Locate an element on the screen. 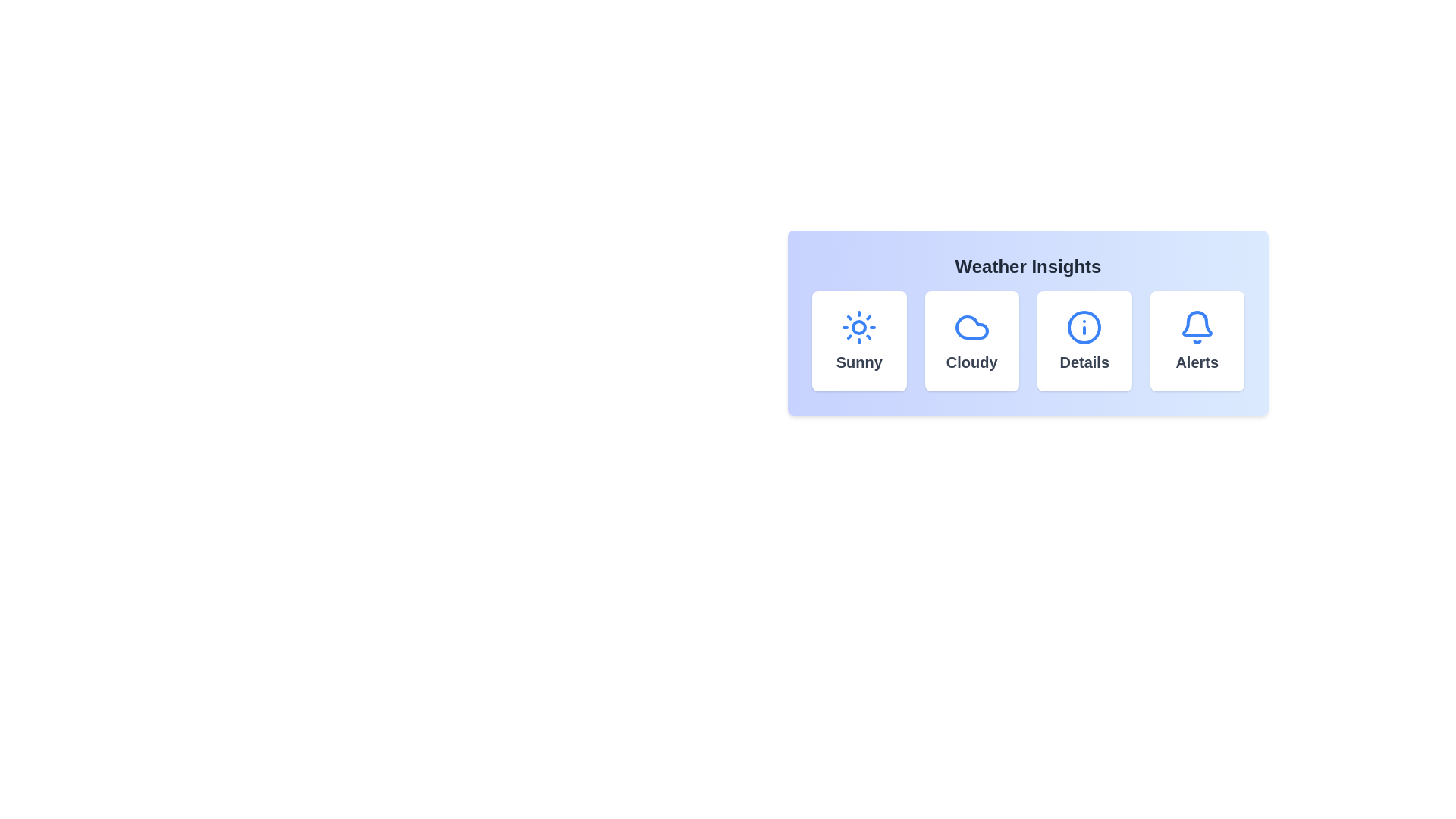 The image size is (1456, 819). the cloud-shaped icon with a blue outline located at the top of the second card in the 'Weather Insights' section, above the label 'Cloudy' is located at coordinates (971, 327).